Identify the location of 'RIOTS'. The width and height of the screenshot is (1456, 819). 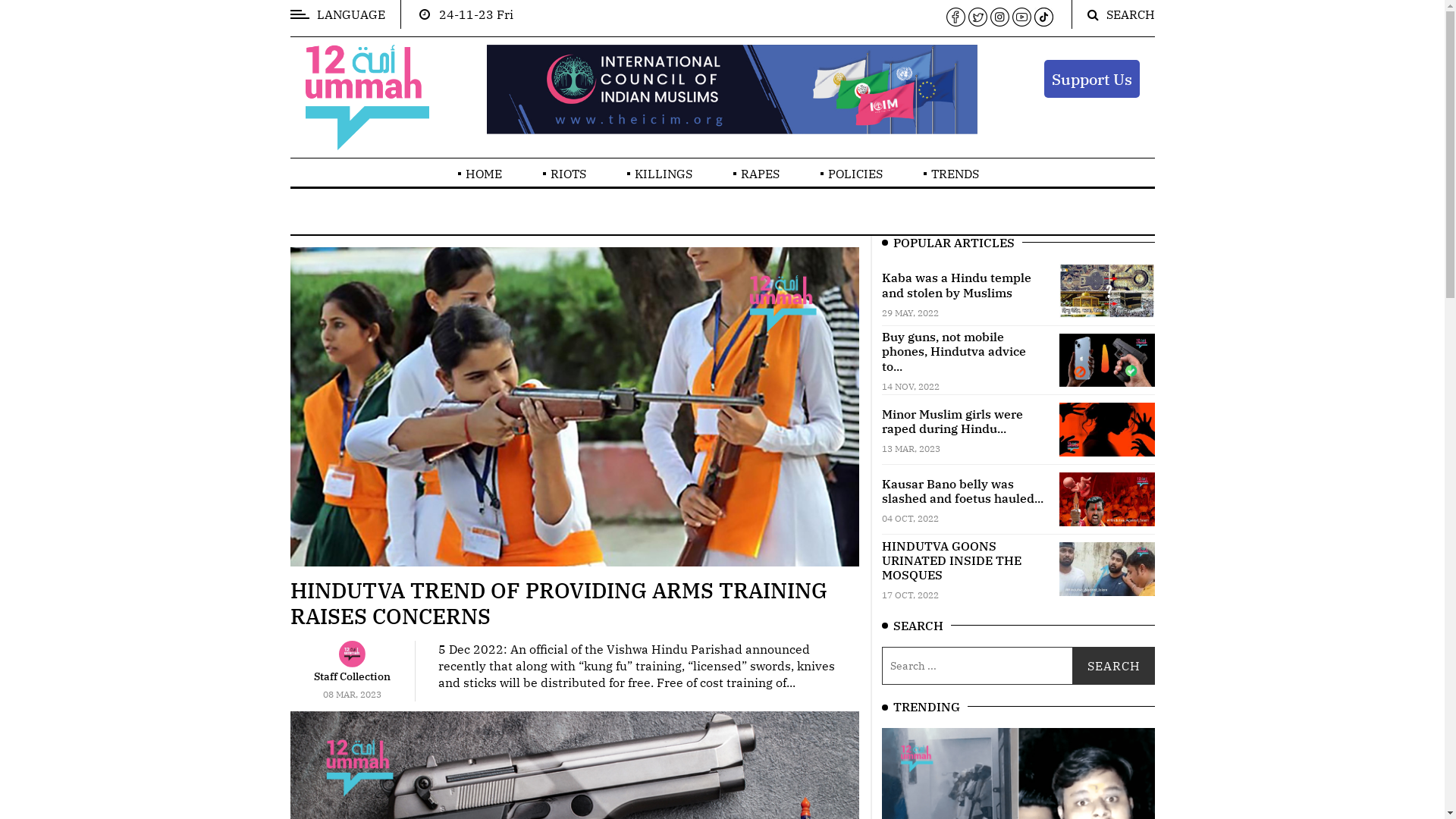
(549, 172).